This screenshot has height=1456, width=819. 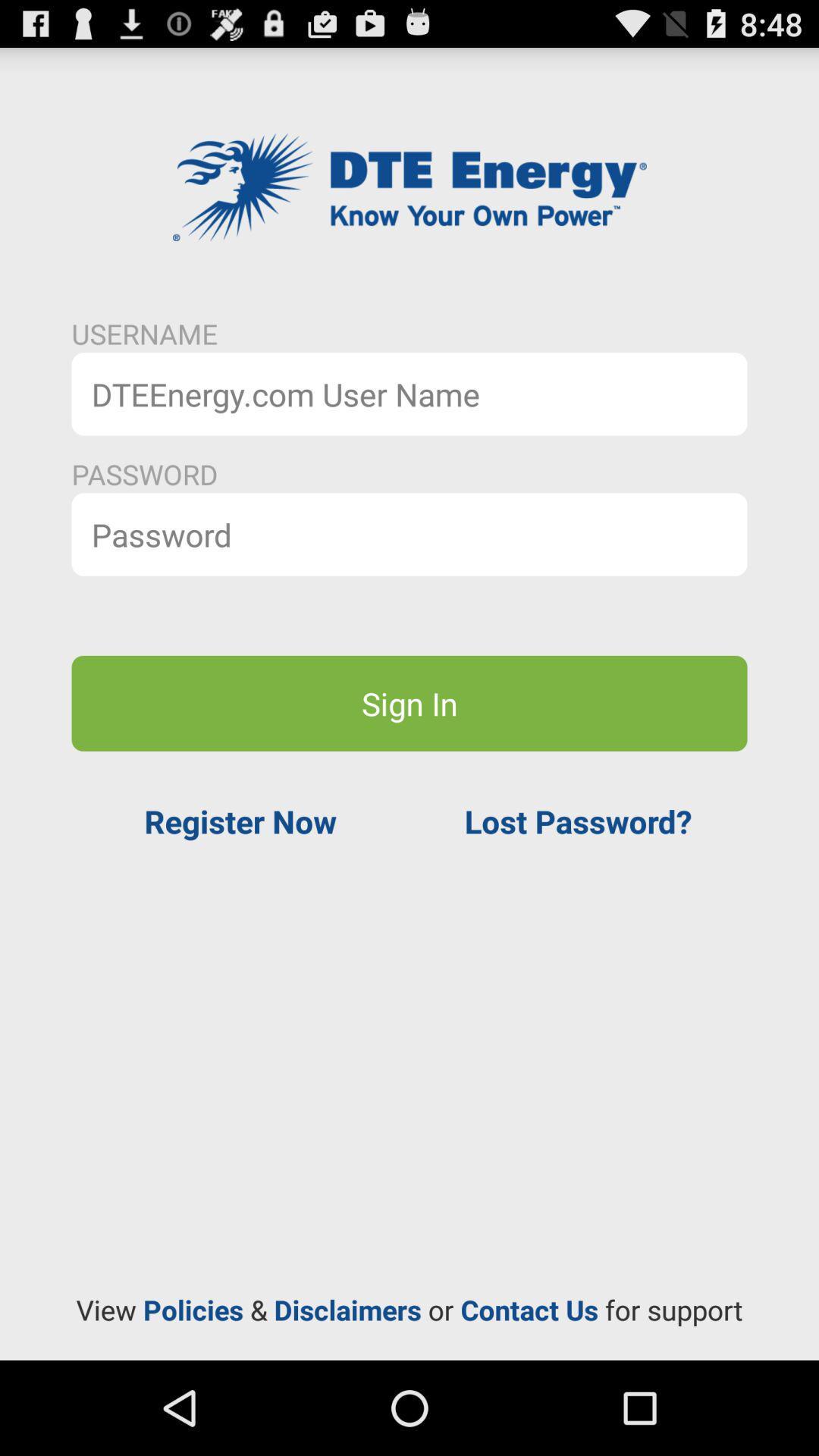 What do you see at coordinates (240, 821) in the screenshot?
I see `the item next to the lost password? app` at bounding box center [240, 821].